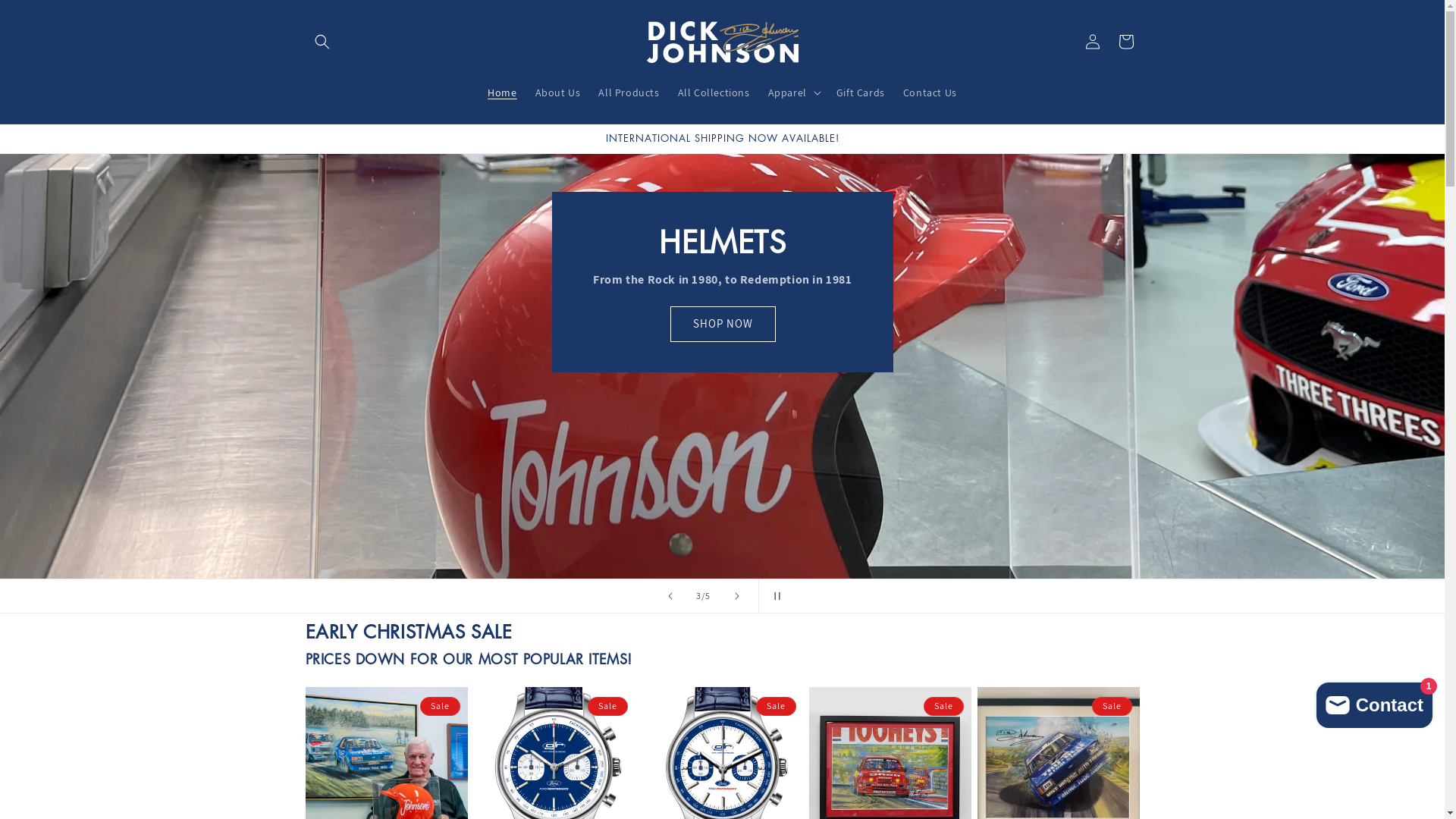 The height and width of the screenshot is (819, 1456). I want to click on 'Gift Cards', so click(826, 93).